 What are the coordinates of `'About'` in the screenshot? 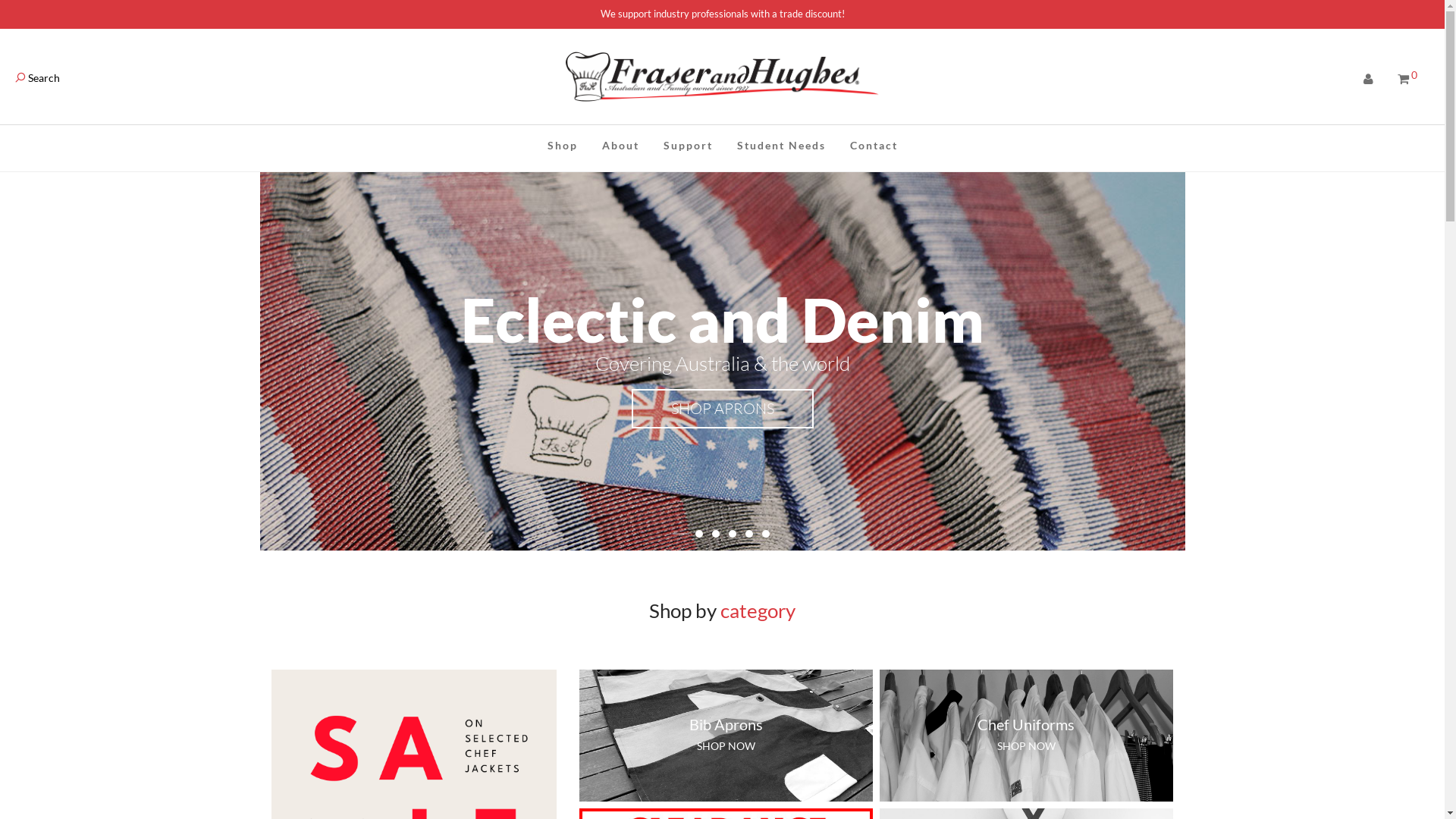 It's located at (588, 145).